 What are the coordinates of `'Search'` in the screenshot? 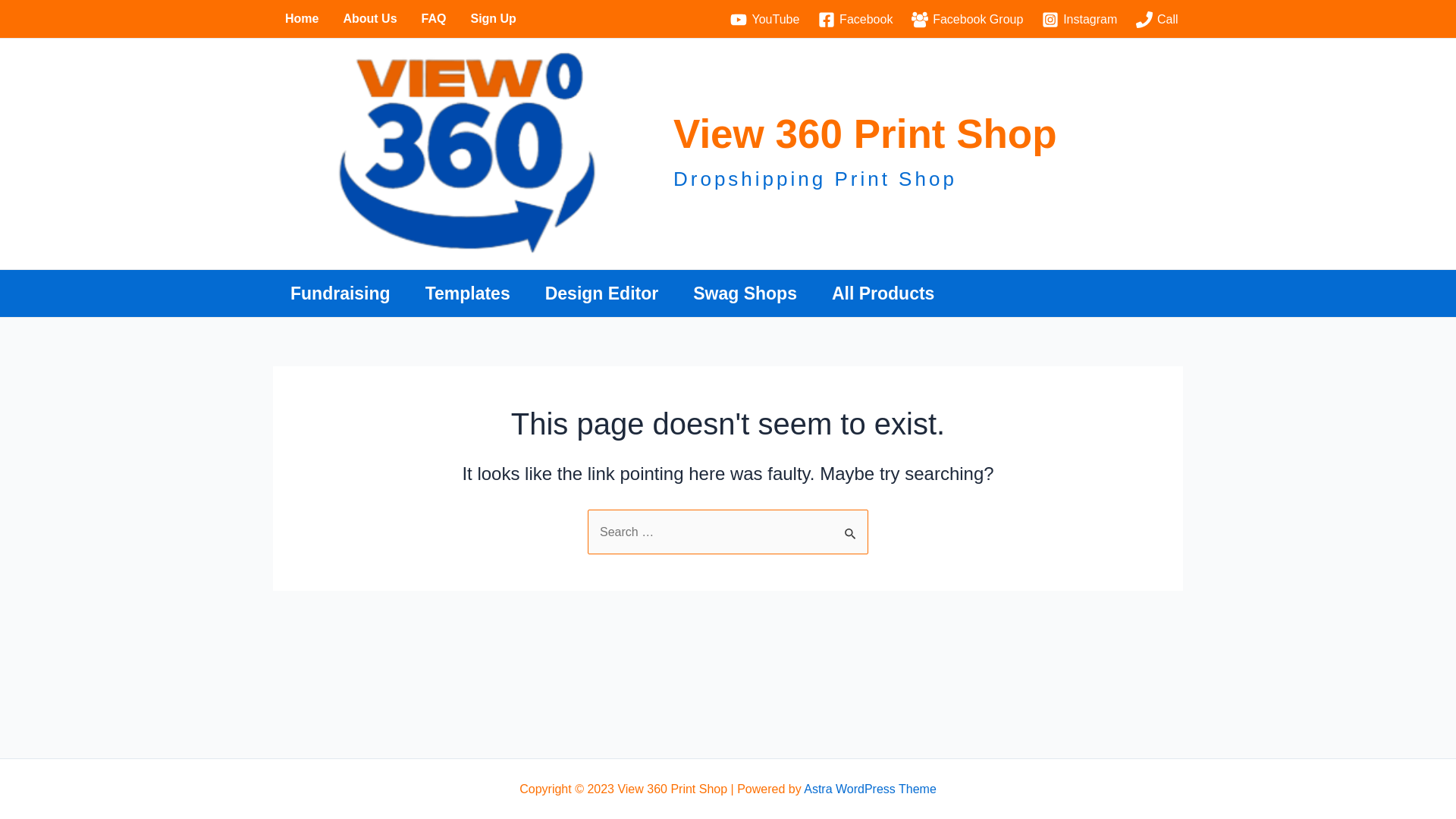 It's located at (851, 525).